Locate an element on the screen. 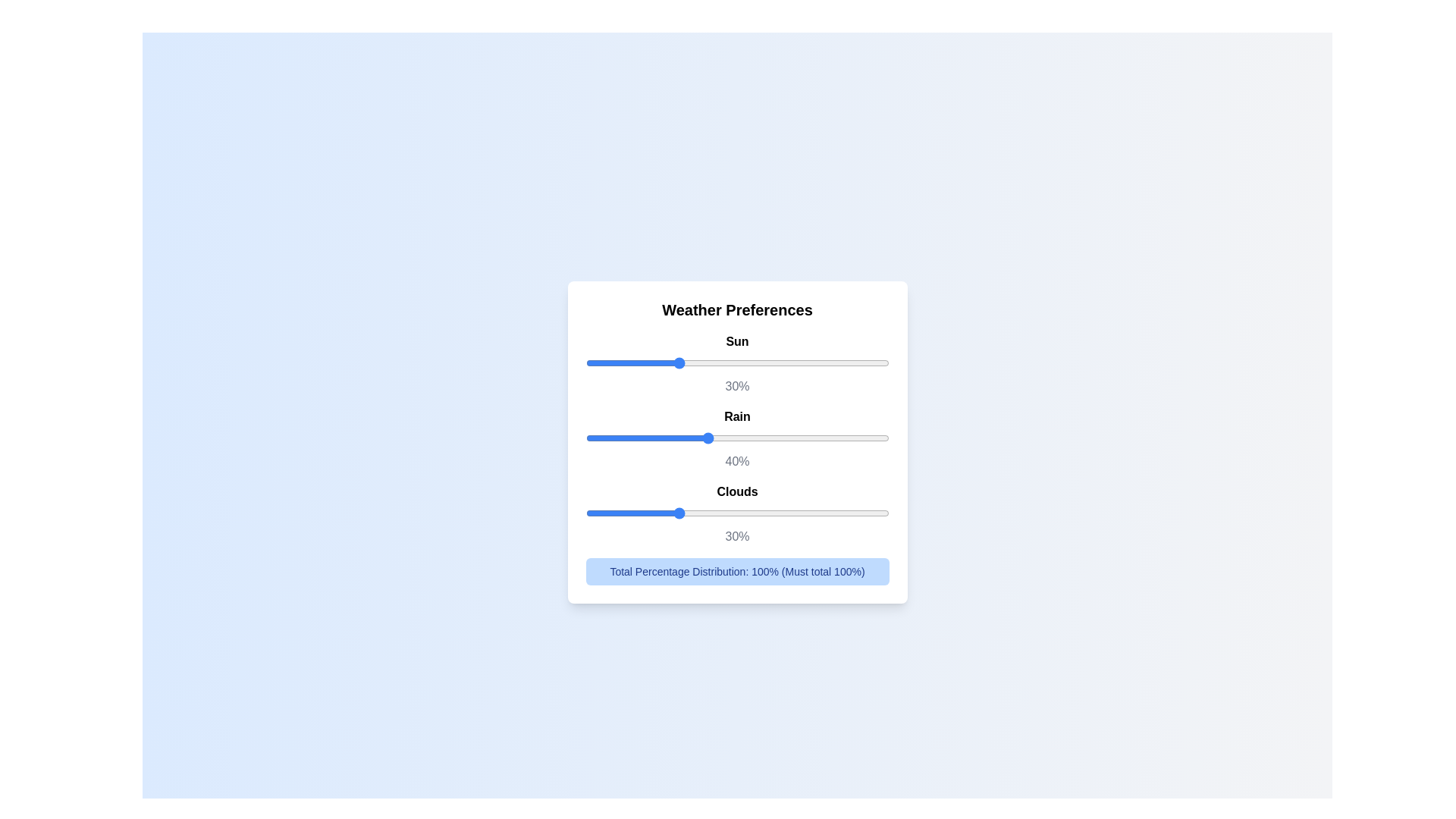  the 'Rain' slider to 47% is located at coordinates (728, 438).